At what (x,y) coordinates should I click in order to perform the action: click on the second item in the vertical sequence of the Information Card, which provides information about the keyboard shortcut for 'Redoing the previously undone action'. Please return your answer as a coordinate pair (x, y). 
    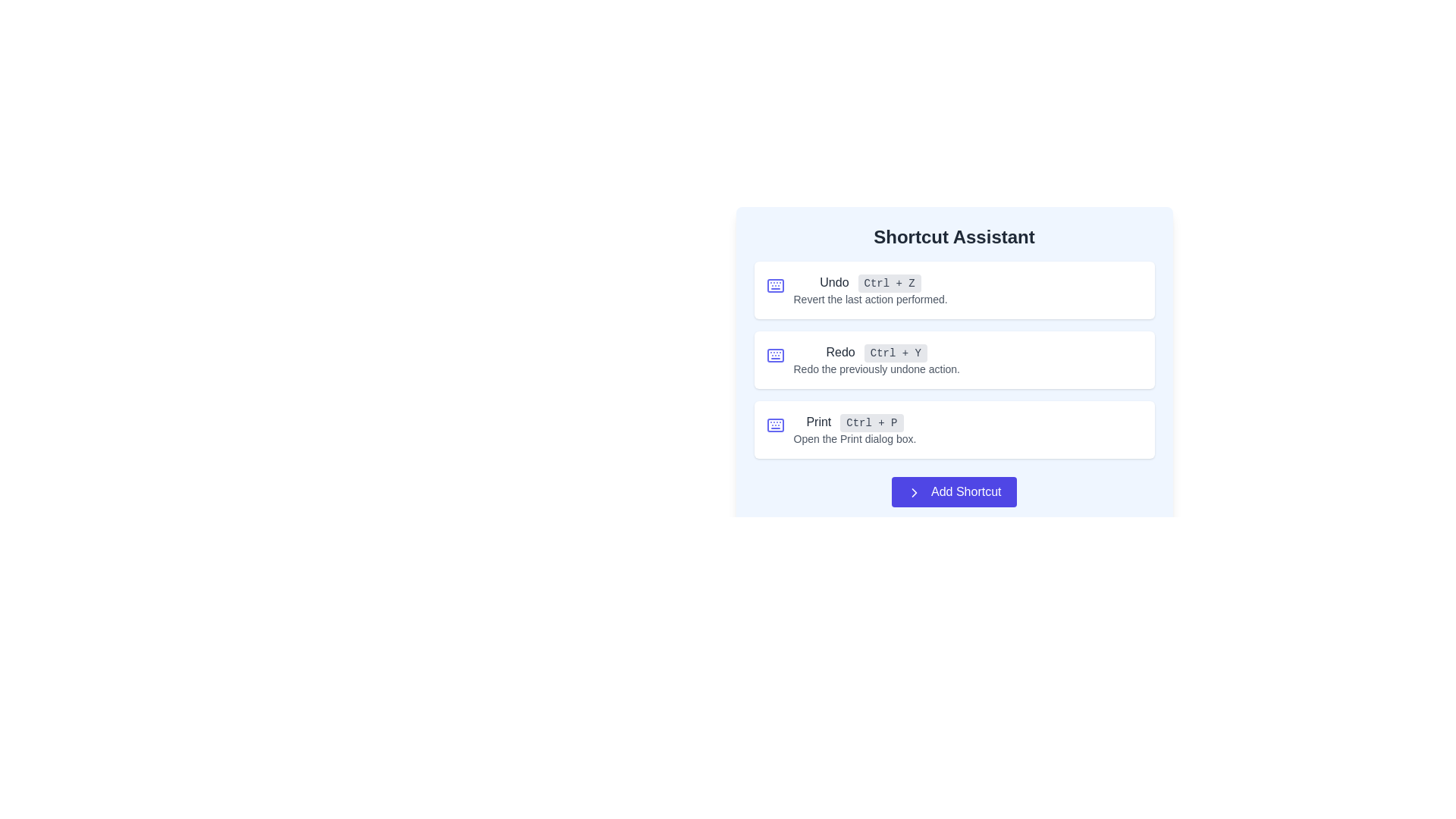
    Looking at the image, I should click on (953, 353).